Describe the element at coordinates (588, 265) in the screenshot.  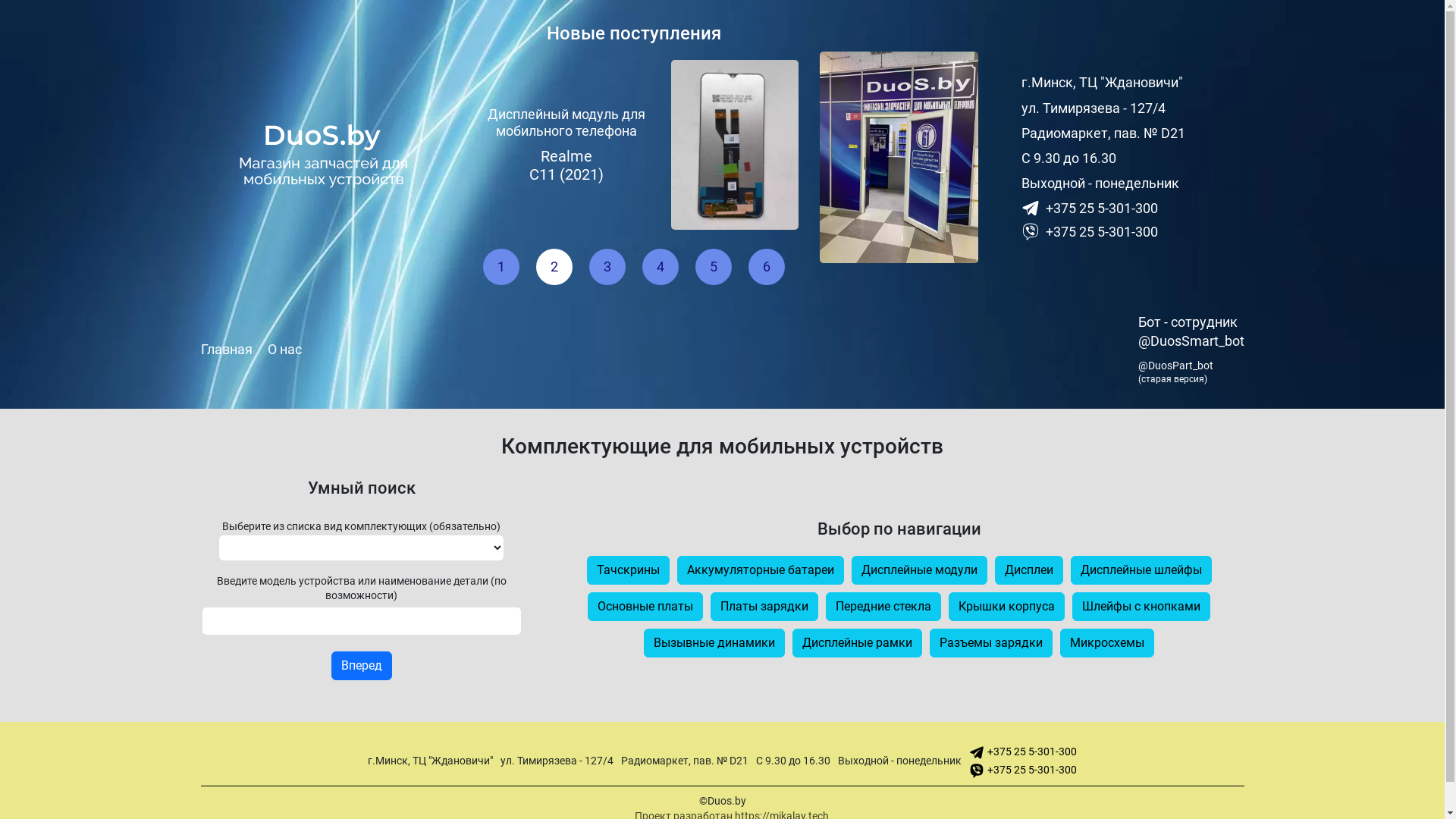
I see `'3'` at that location.